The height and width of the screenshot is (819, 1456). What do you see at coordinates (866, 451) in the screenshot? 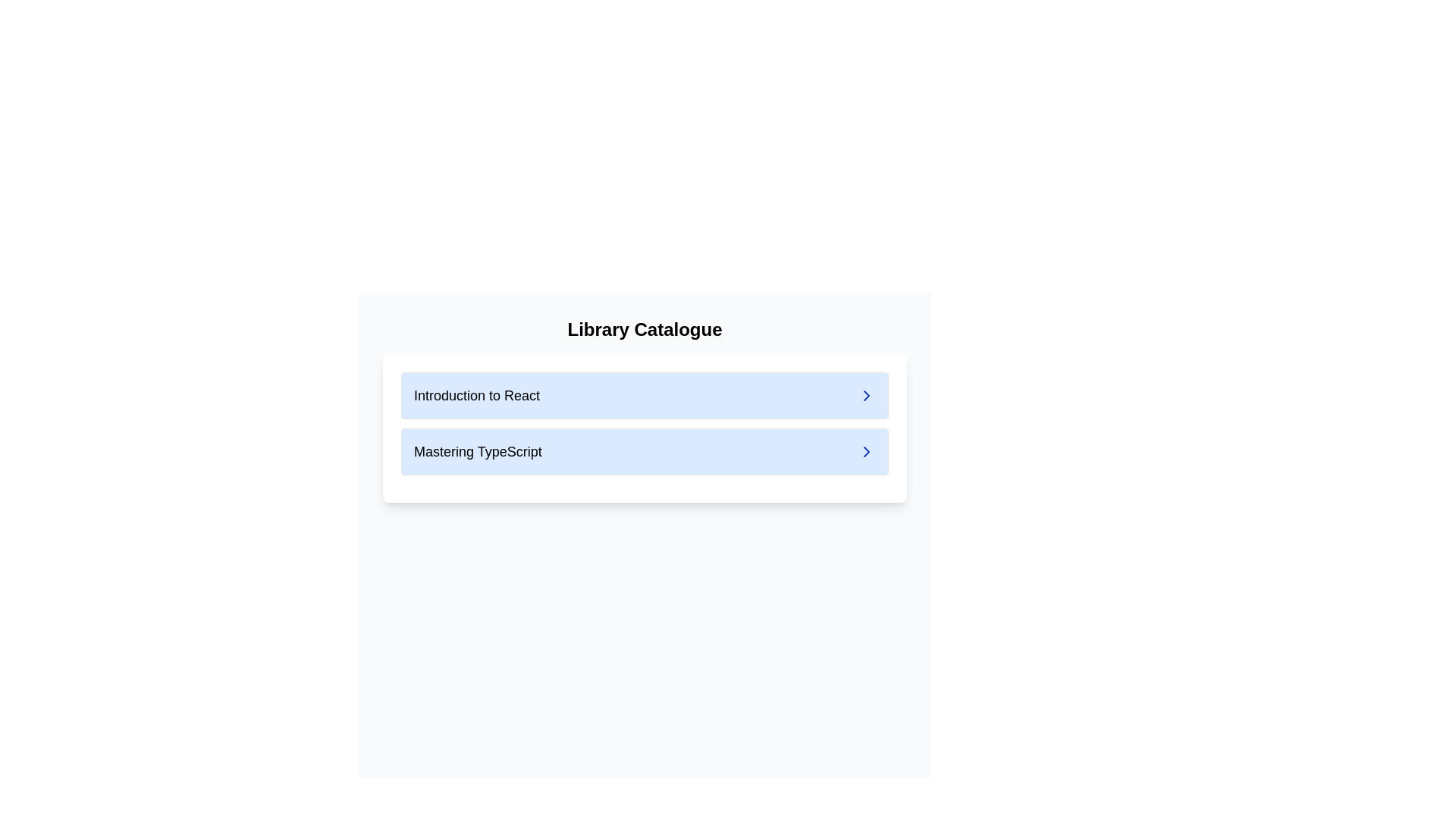
I see `the rightward-pointing chevron icon in the SVG located at the end of the list item under 'Mastering TypeScript'` at bounding box center [866, 451].